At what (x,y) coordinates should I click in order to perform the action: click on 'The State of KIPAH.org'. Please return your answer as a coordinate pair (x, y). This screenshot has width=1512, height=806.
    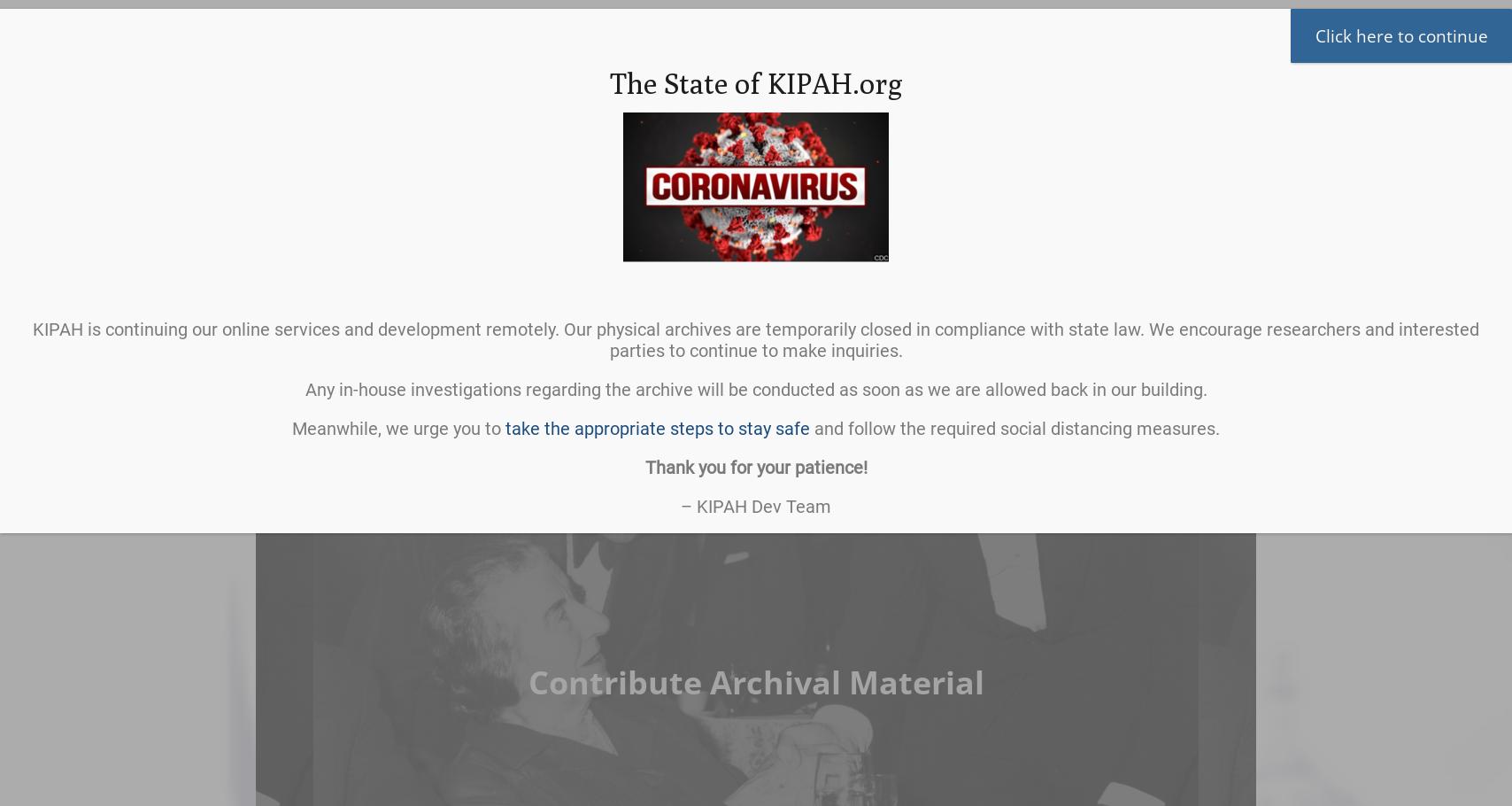
    Looking at the image, I should click on (755, 81).